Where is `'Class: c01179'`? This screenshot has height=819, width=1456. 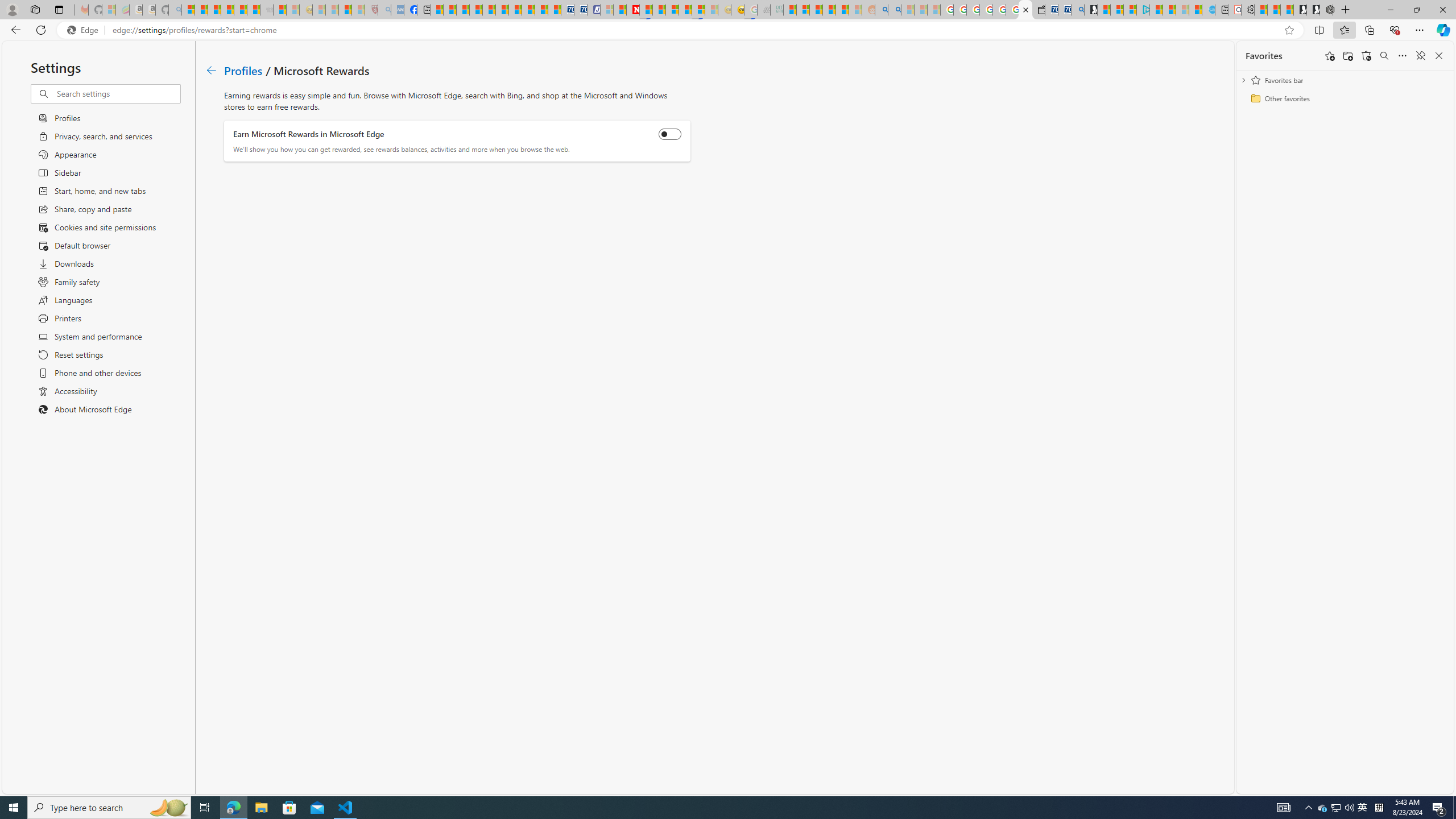 'Class: c01179' is located at coordinates (210, 69).